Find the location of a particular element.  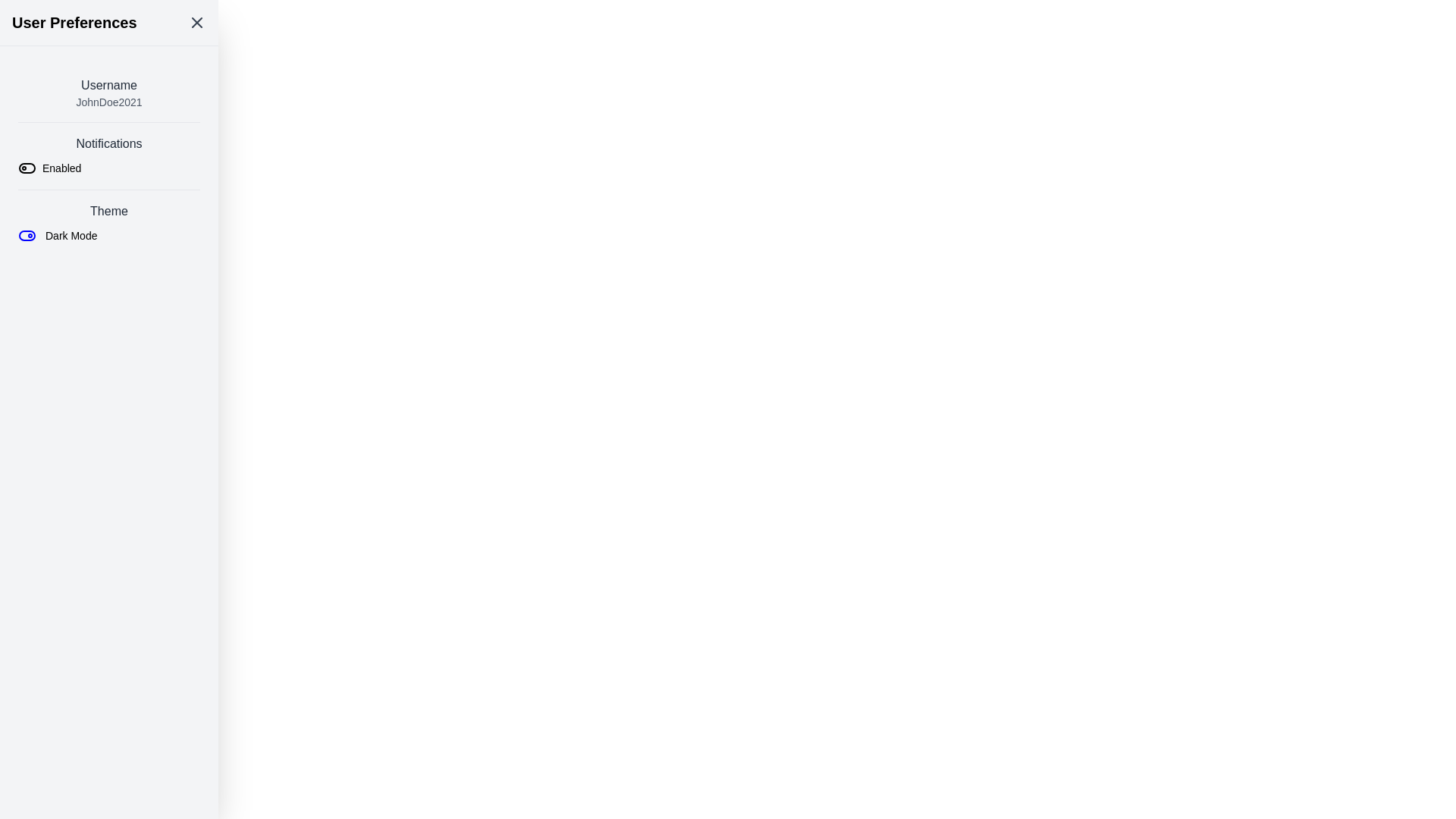

the toggle switch located to the left of the 'Dark Mode' text in the 'Theme' section of the 'User Preferences' panel is located at coordinates (27, 236).